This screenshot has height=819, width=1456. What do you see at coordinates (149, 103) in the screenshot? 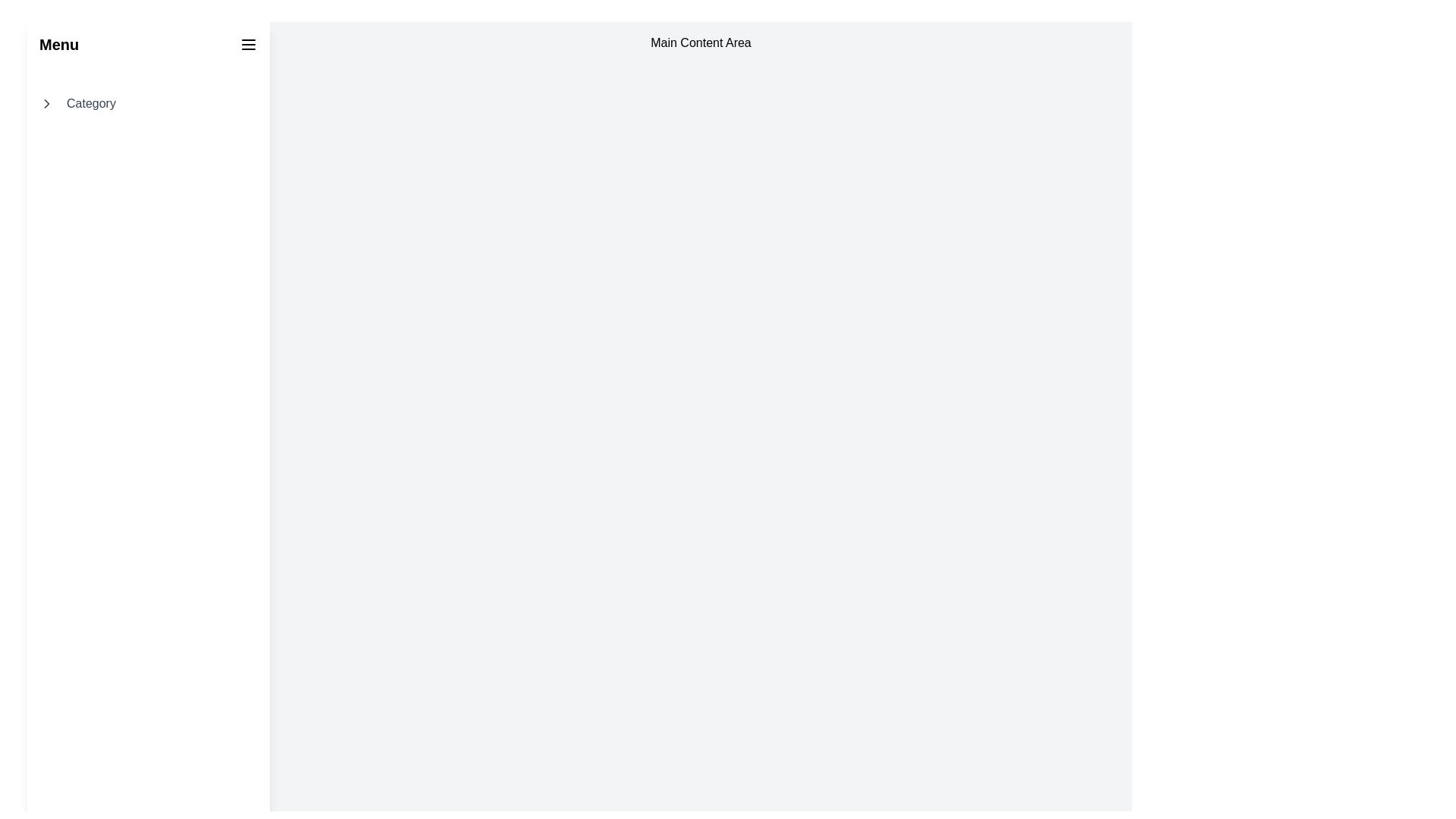
I see `the 'Category' menu item in the vertical sidebar menu` at bounding box center [149, 103].